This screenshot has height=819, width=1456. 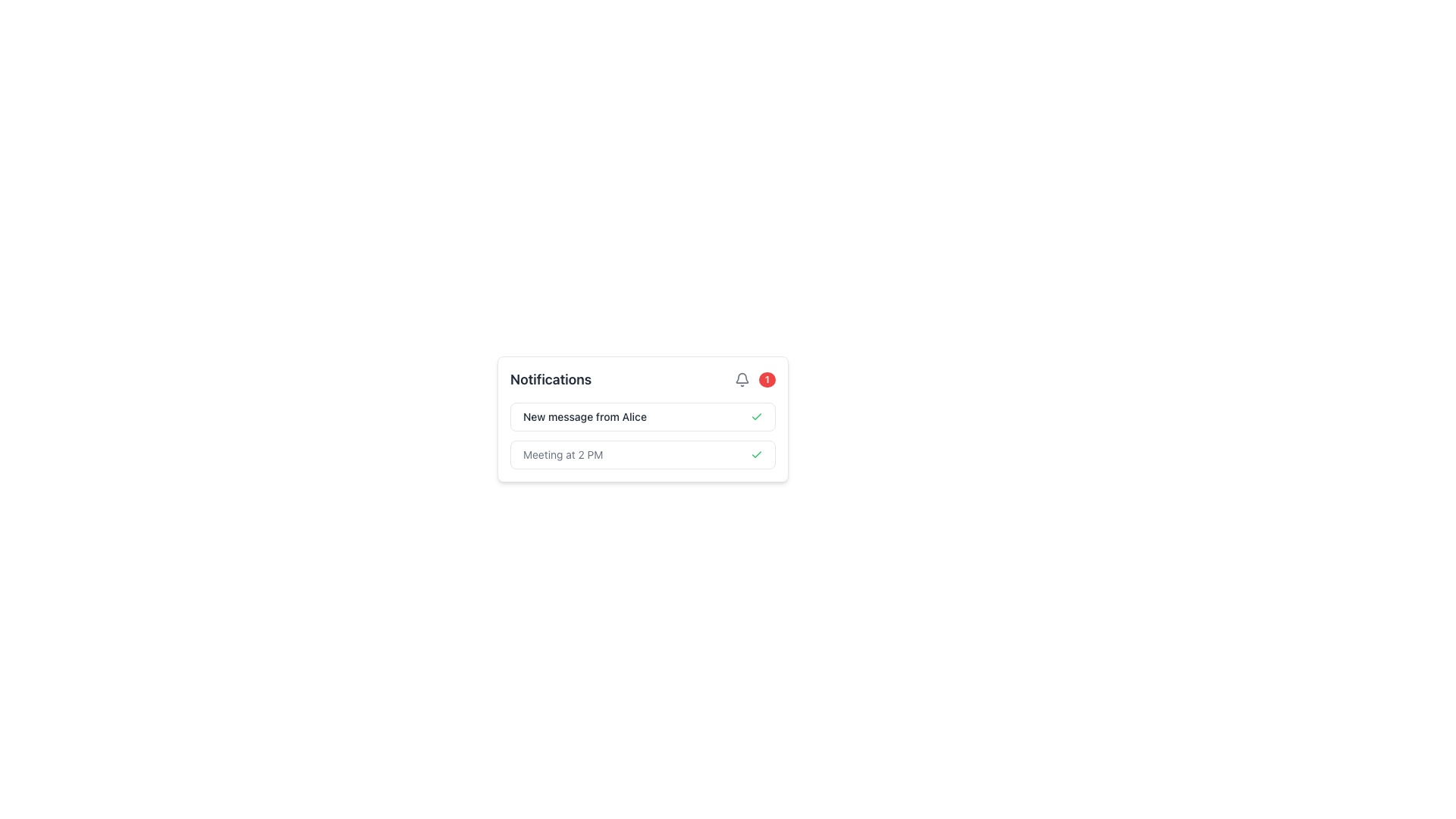 What do you see at coordinates (755, 379) in the screenshot?
I see `the unread notifications badge located to the right of the bell icon in the top-right area of the notification card` at bounding box center [755, 379].